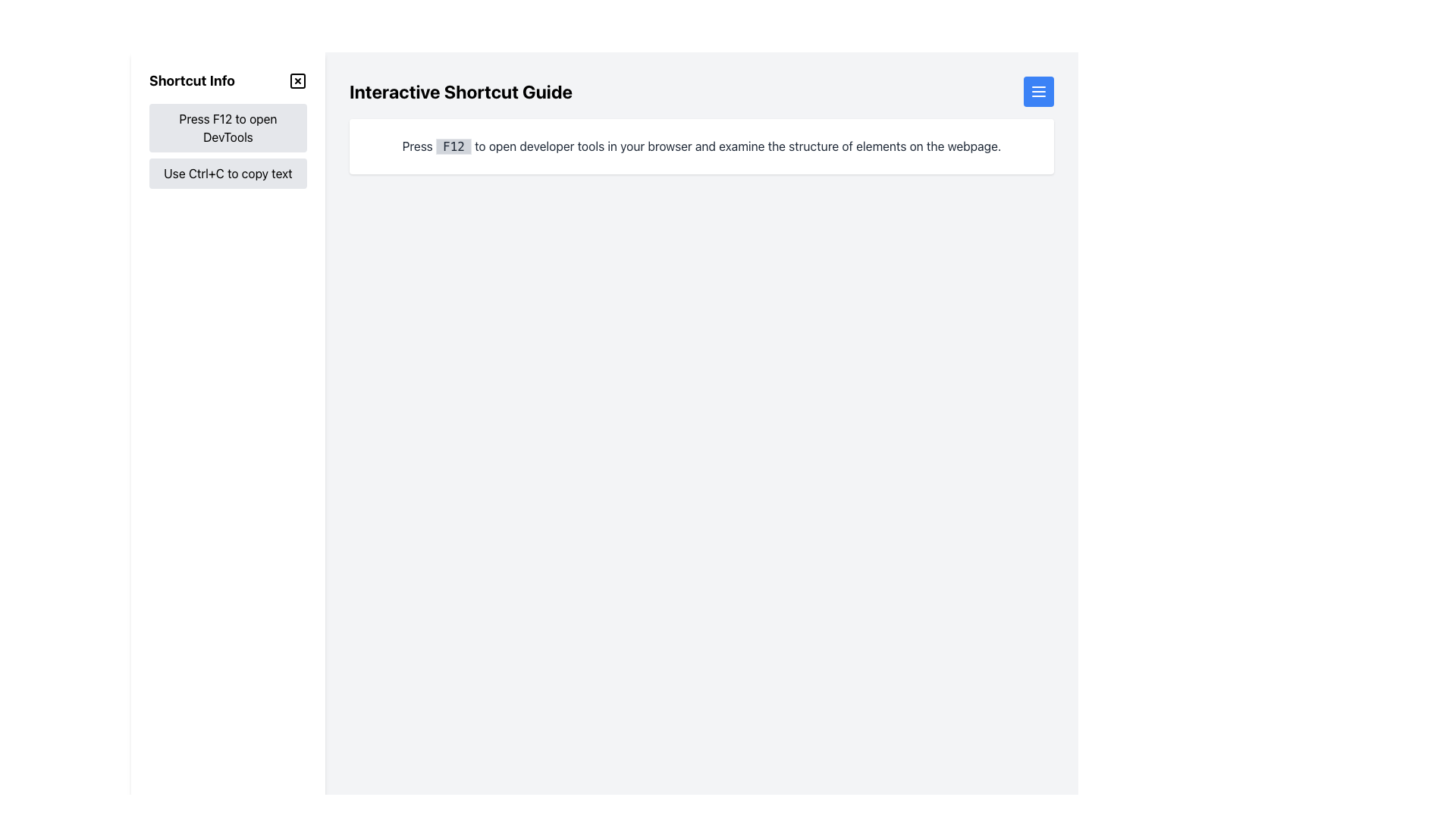 Image resolution: width=1456 pixels, height=819 pixels. What do you see at coordinates (227, 146) in the screenshot?
I see `displayed text in the Text Display Area located in the left sidebar under the 'Shortcut Info' title, which contains stacked gray text blocks` at bounding box center [227, 146].